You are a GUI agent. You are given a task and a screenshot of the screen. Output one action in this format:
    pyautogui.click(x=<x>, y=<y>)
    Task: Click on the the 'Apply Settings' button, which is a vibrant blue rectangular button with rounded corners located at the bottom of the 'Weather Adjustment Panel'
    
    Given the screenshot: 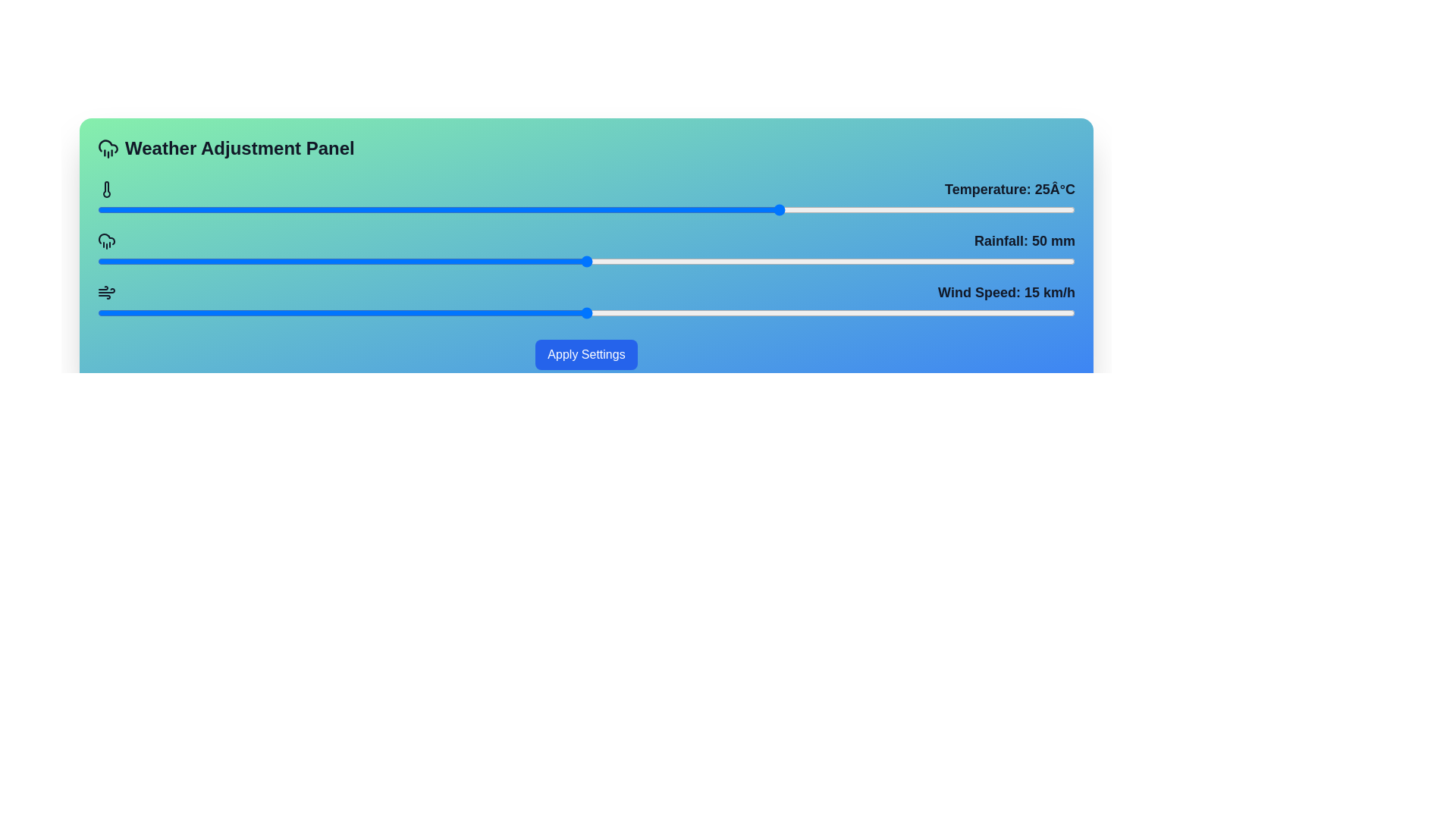 What is the action you would take?
    pyautogui.click(x=585, y=354)
    